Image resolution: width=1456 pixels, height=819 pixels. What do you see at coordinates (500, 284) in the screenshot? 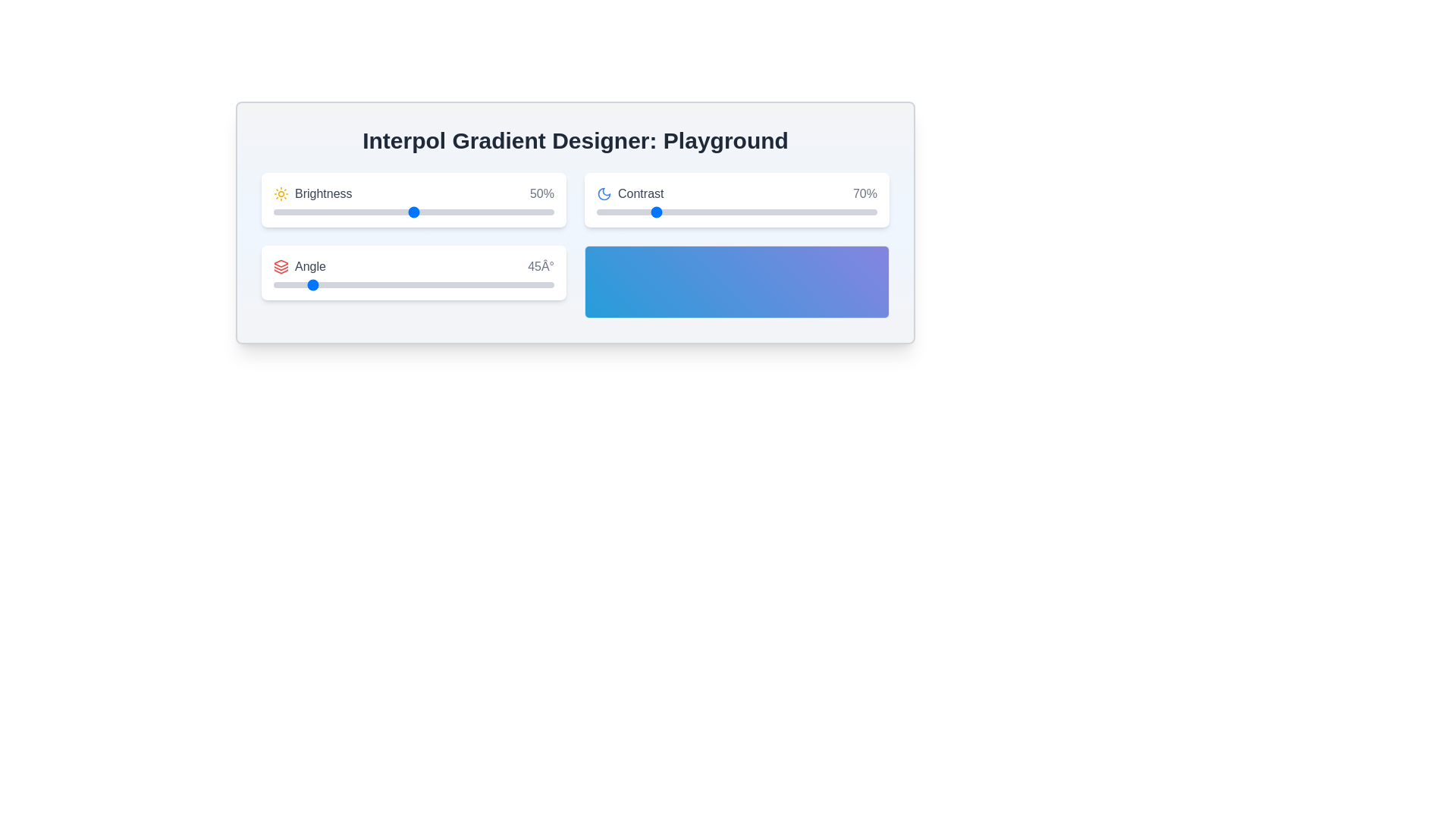
I see `the angle slider` at bounding box center [500, 284].